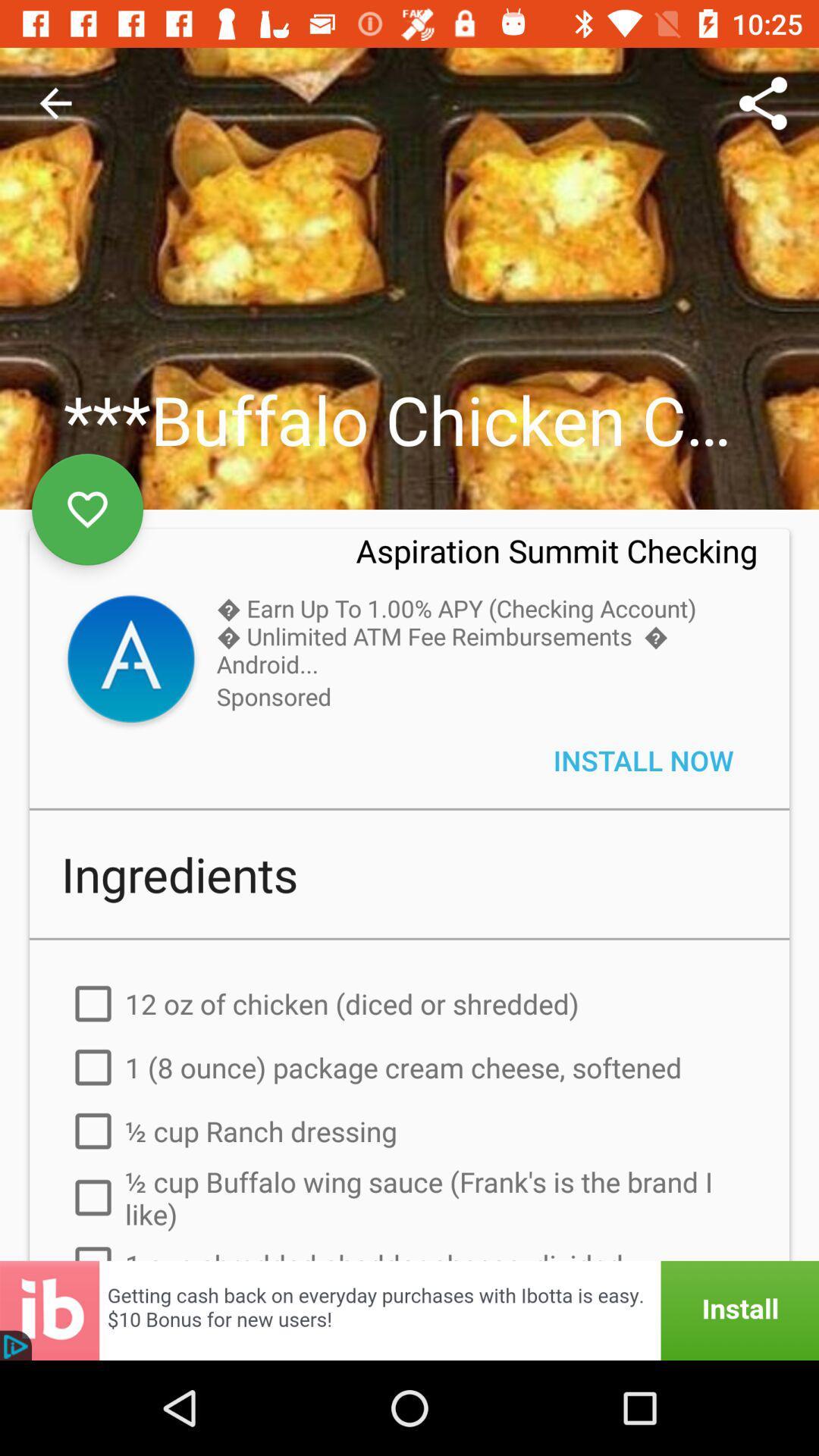 The height and width of the screenshot is (1456, 819). What do you see at coordinates (409, 1310) in the screenshot?
I see `open advertisement` at bounding box center [409, 1310].